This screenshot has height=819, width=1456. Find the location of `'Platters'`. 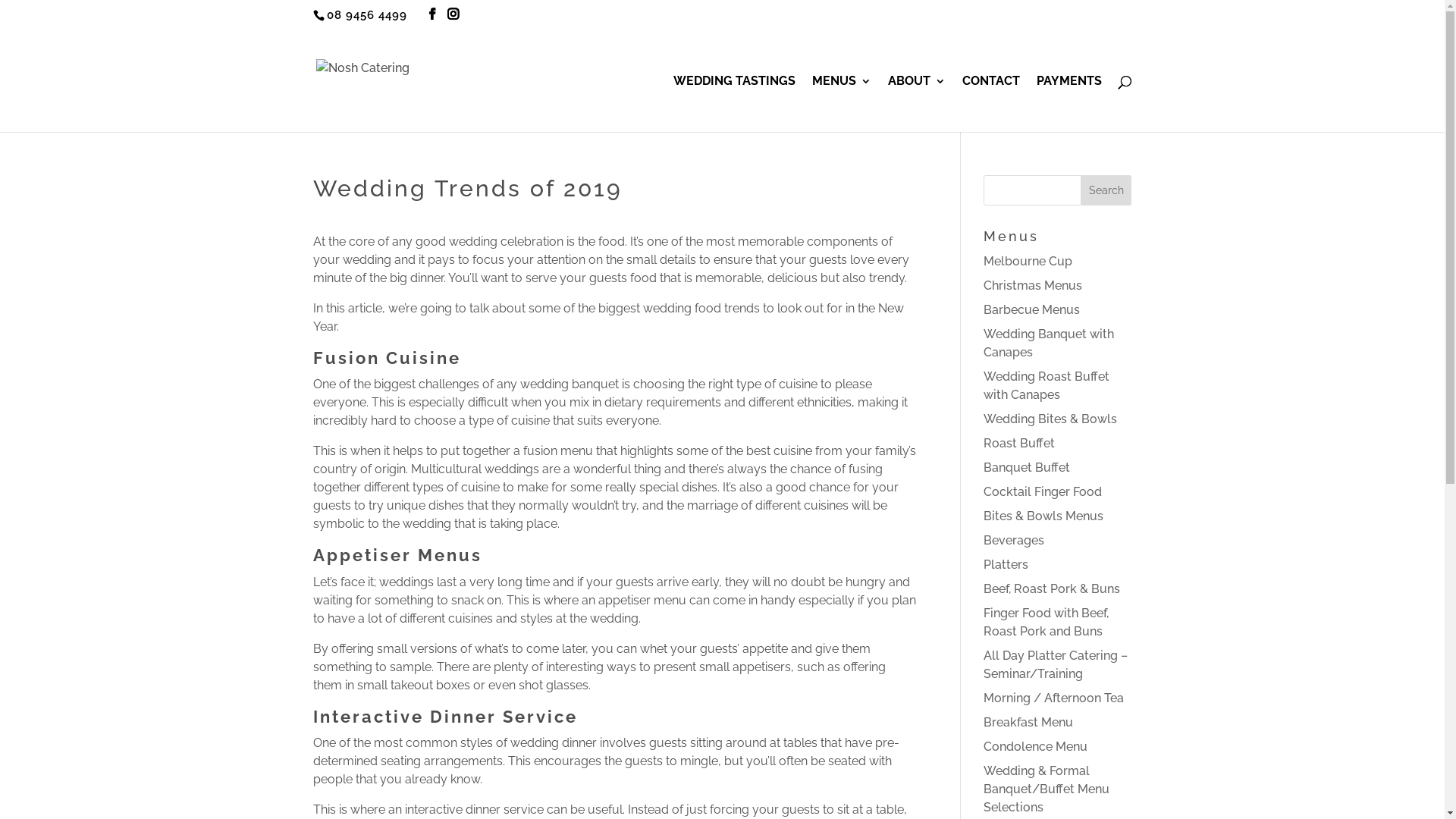

'Platters' is located at coordinates (1006, 564).